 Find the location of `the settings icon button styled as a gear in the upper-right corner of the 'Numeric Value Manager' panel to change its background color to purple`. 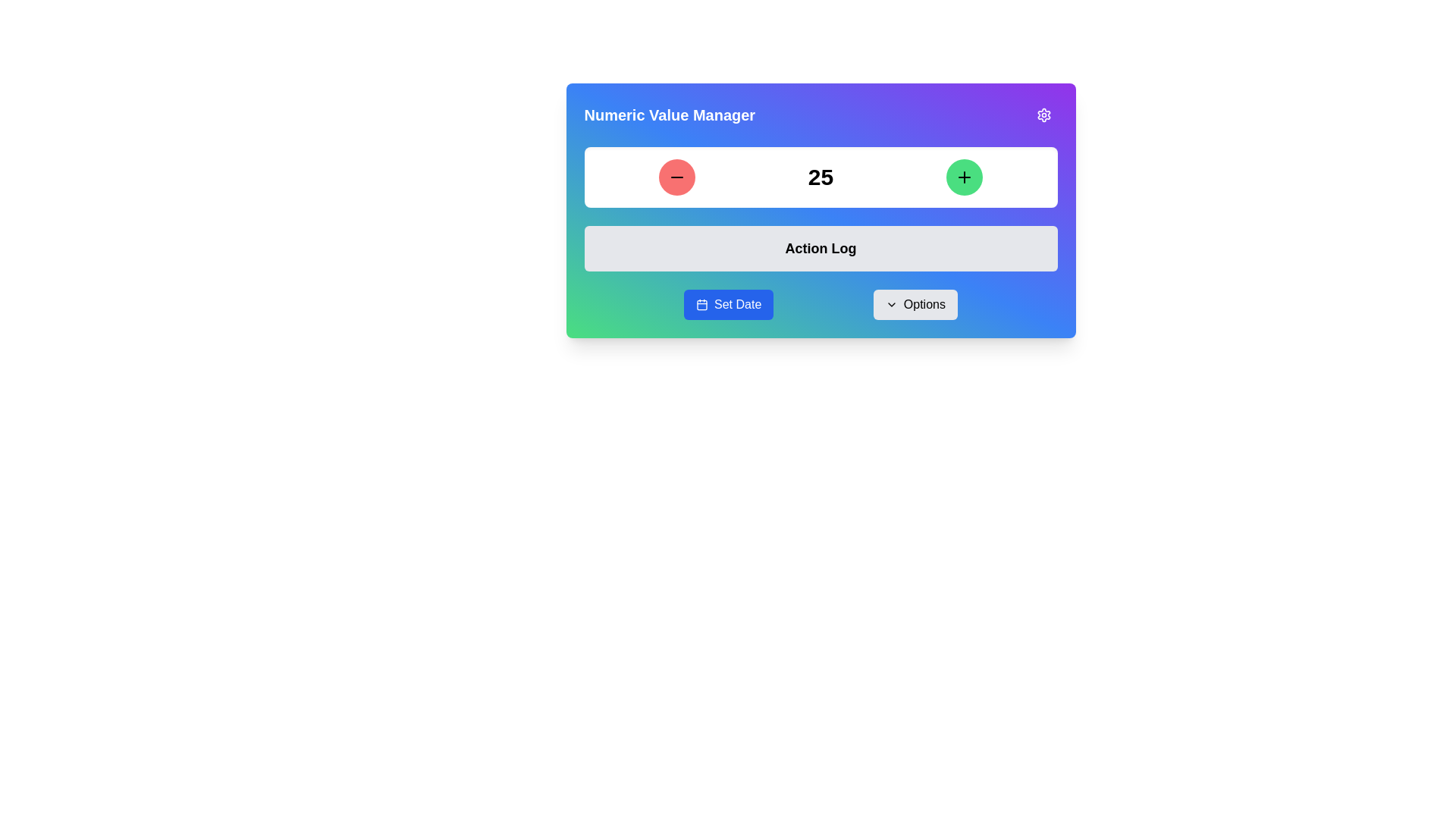

the settings icon button styled as a gear in the upper-right corner of the 'Numeric Value Manager' panel to change its background color to purple is located at coordinates (1043, 114).